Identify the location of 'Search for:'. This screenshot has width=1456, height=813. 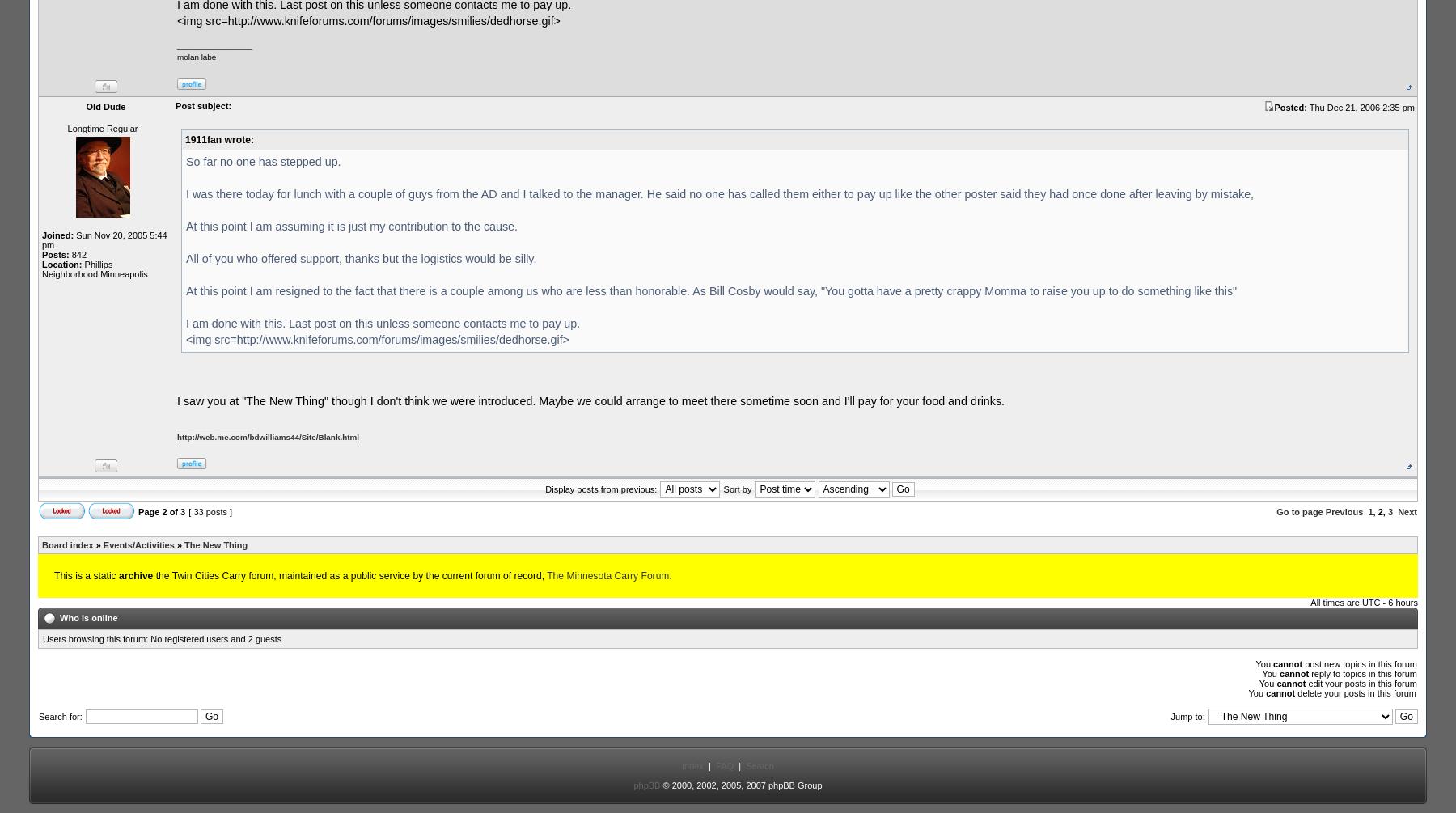
(59, 716).